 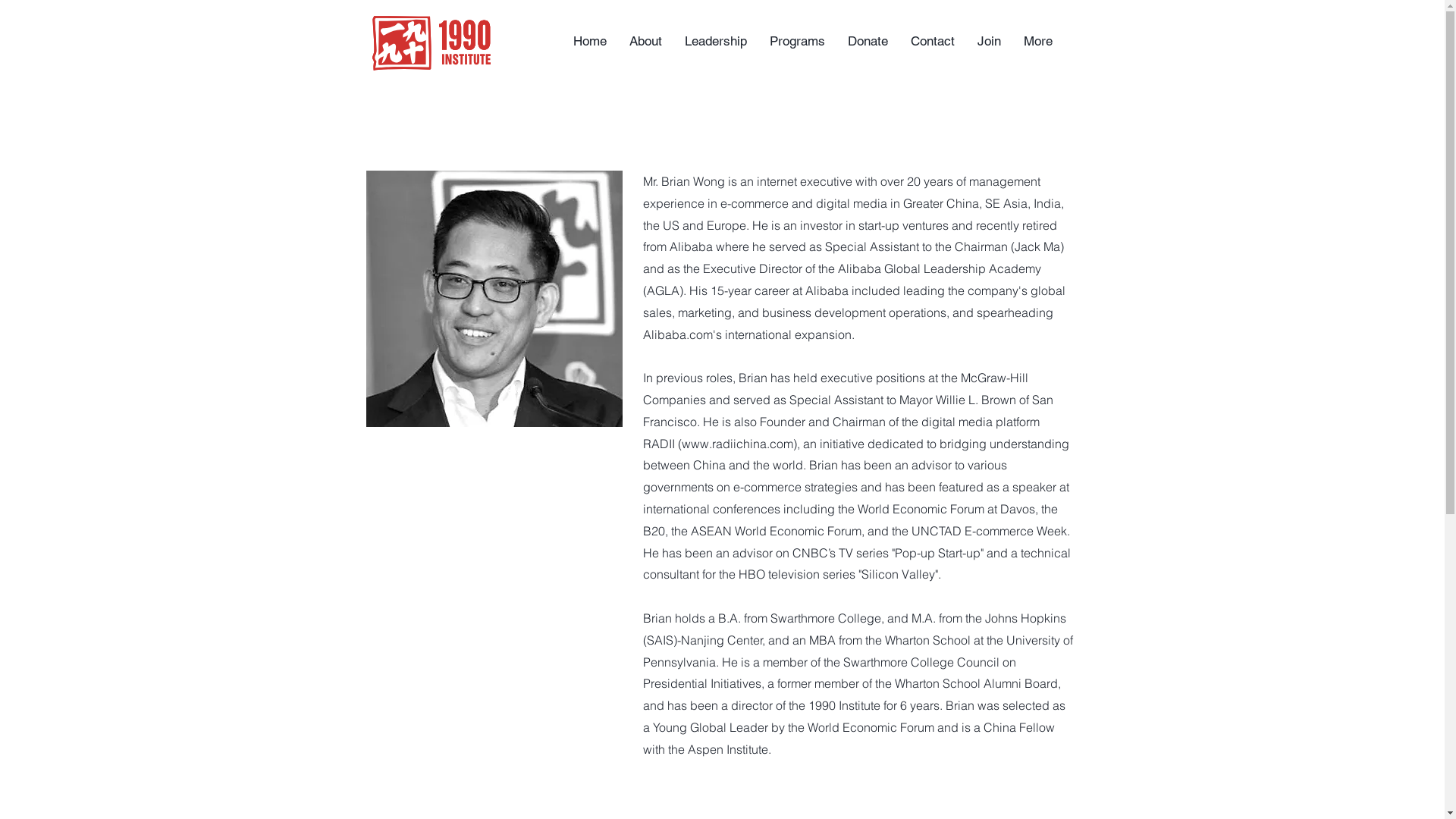 I want to click on 'Contact', so click(x=899, y=40).